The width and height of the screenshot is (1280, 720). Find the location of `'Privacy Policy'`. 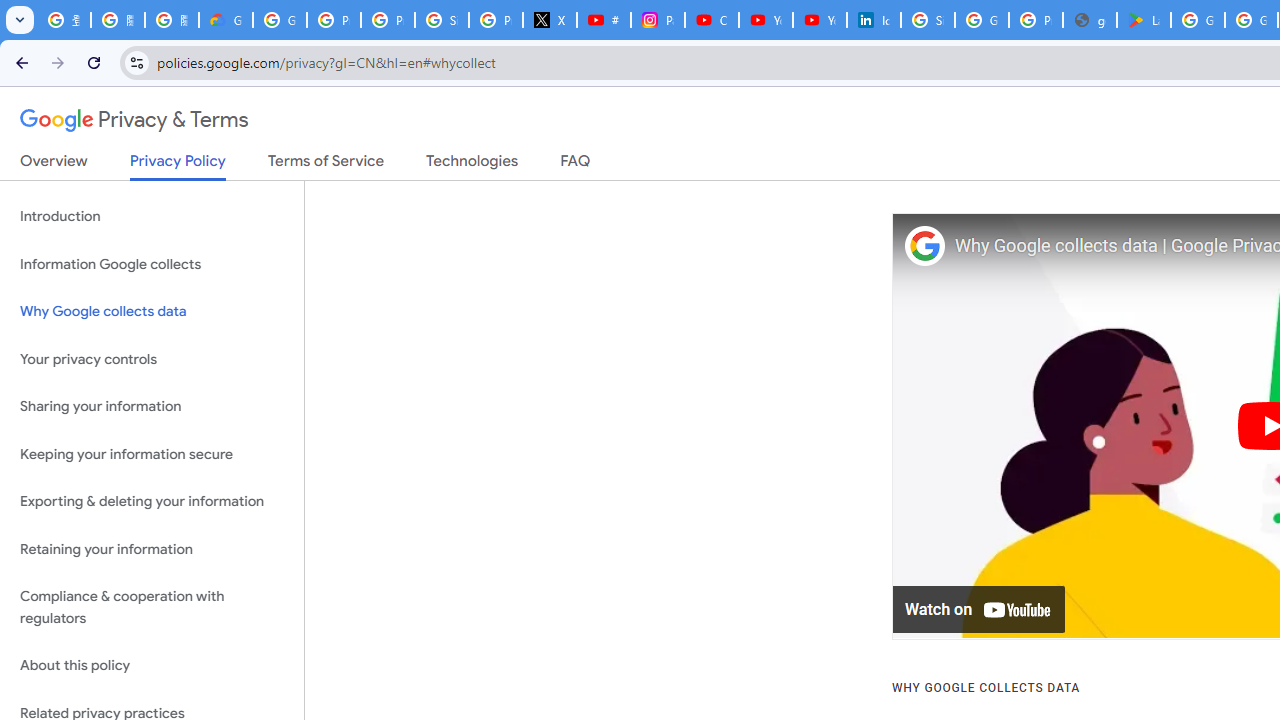

'Privacy Policy' is located at coordinates (177, 165).